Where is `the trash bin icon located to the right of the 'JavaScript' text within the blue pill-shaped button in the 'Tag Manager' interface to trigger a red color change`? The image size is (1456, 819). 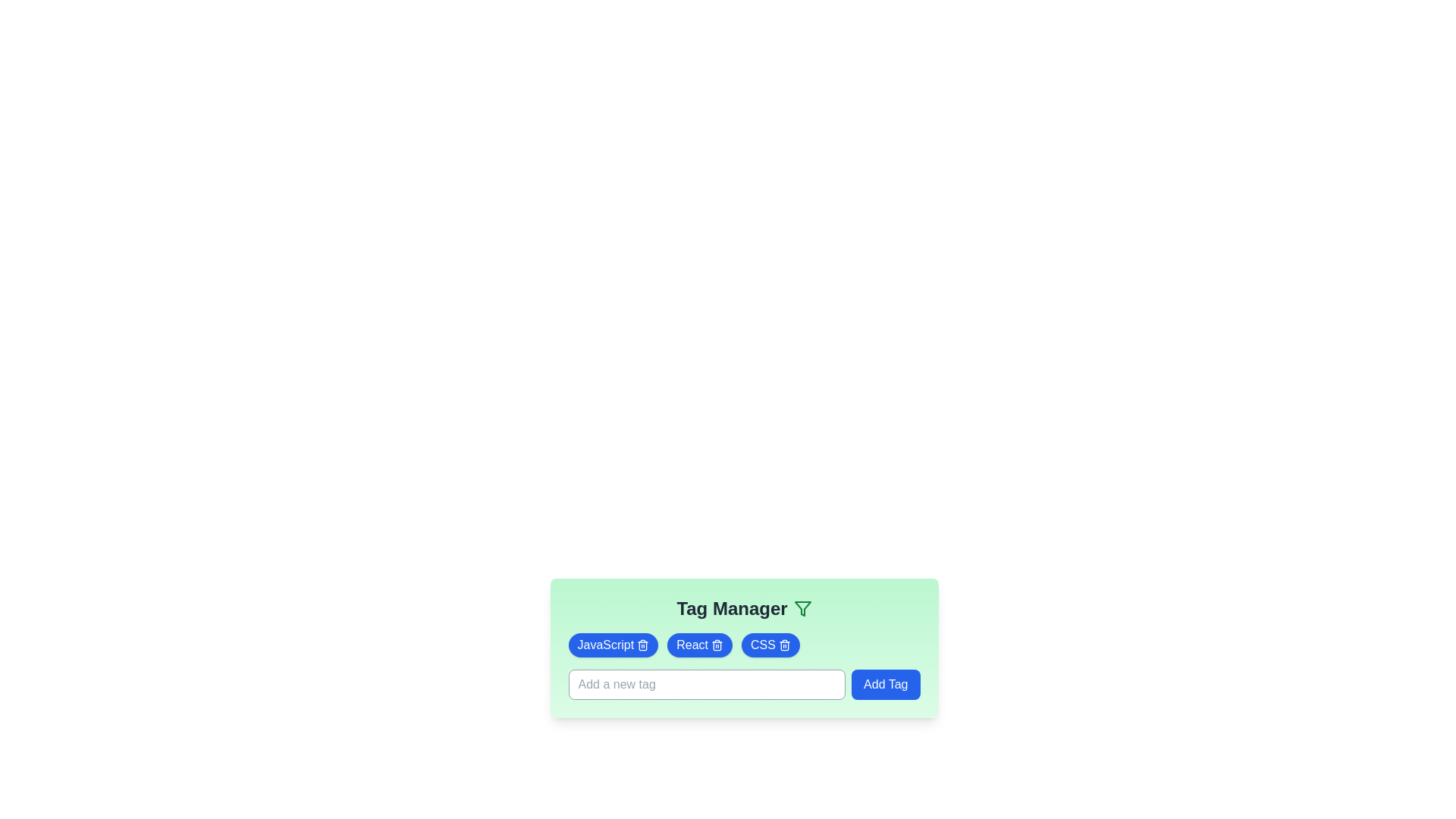 the trash bin icon located to the right of the 'JavaScript' text within the blue pill-shaped button in the 'Tag Manager' interface to trigger a red color change is located at coordinates (643, 645).